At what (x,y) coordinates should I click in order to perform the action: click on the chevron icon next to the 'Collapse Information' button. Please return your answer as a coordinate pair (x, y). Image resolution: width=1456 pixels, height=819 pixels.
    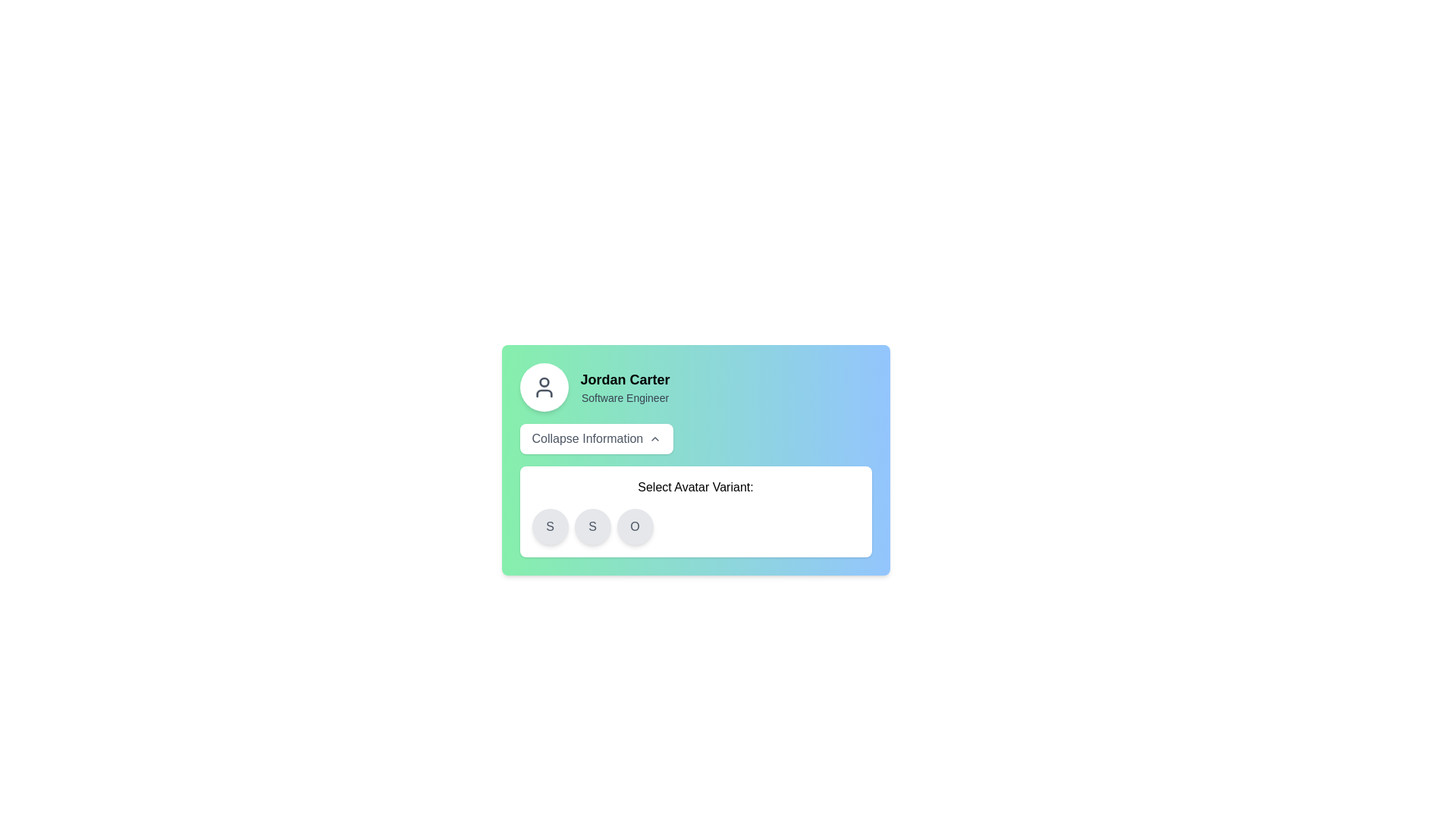
    Looking at the image, I should click on (655, 438).